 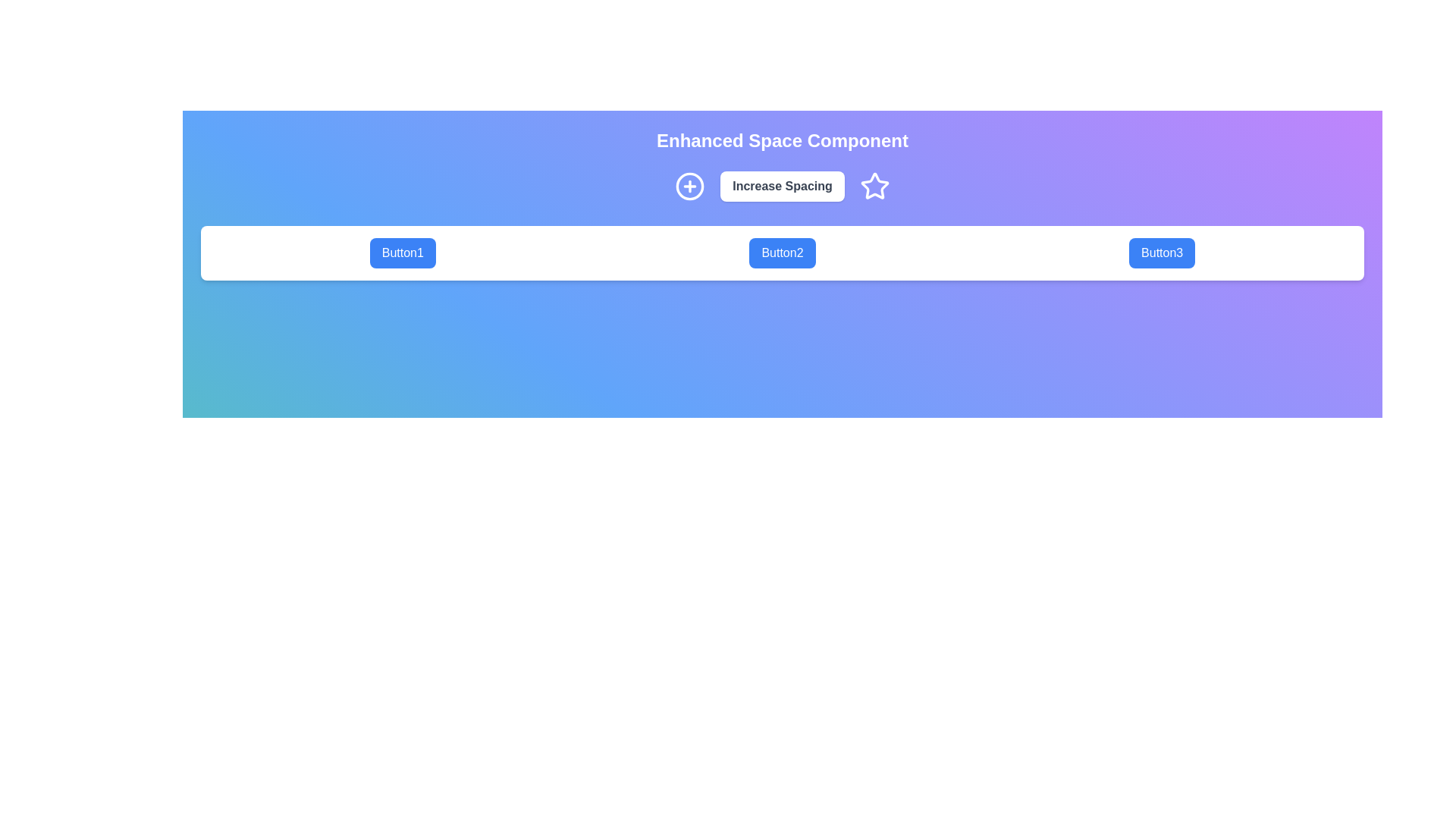 I want to click on the button labeled 'Button3' with white text on a blue background, so click(x=1161, y=253).